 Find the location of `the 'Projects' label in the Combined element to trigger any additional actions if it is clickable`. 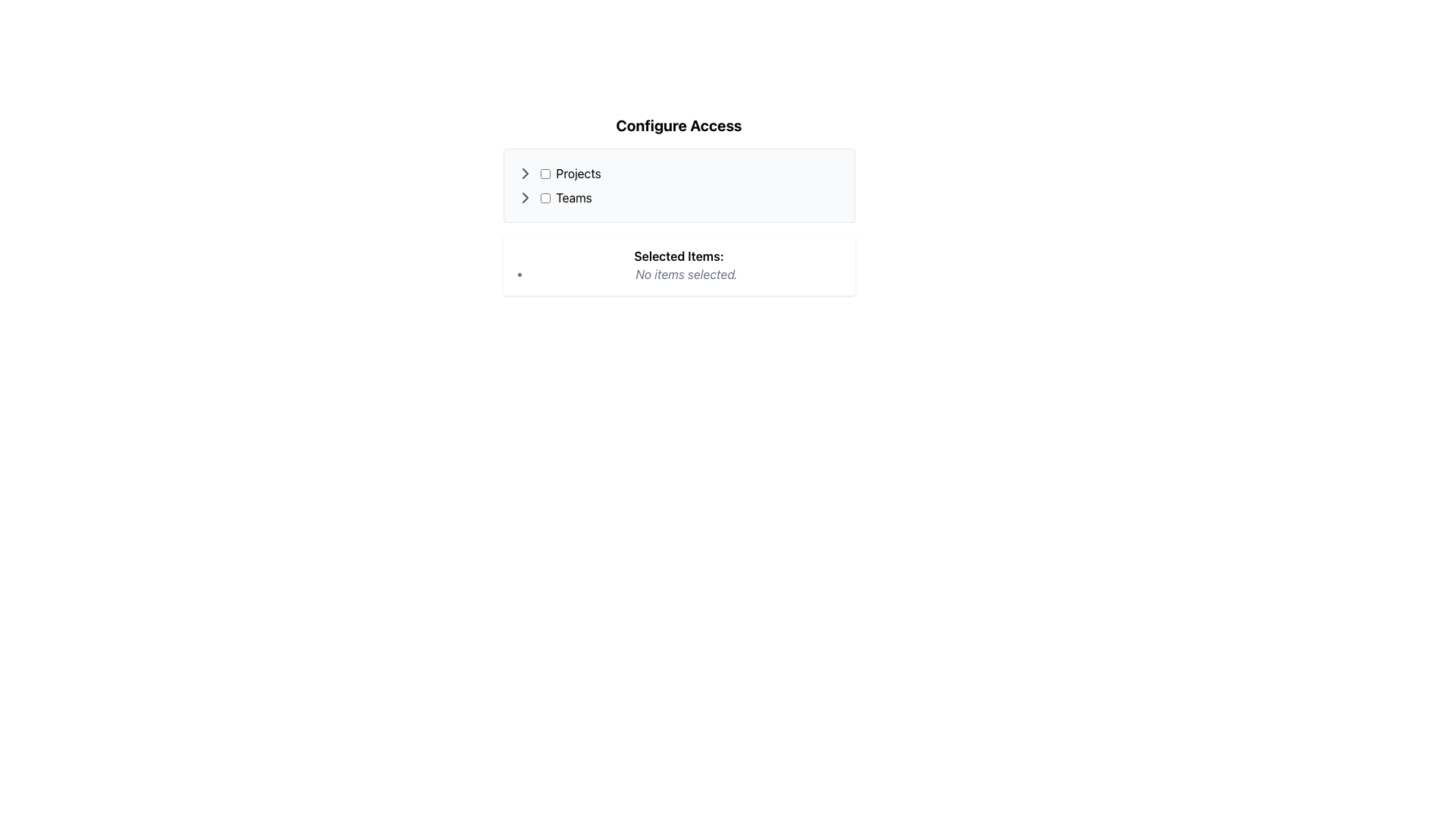

the 'Projects' label in the Combined element to trigger any additional actions if it is clickable is located at coordinates (570, 172).